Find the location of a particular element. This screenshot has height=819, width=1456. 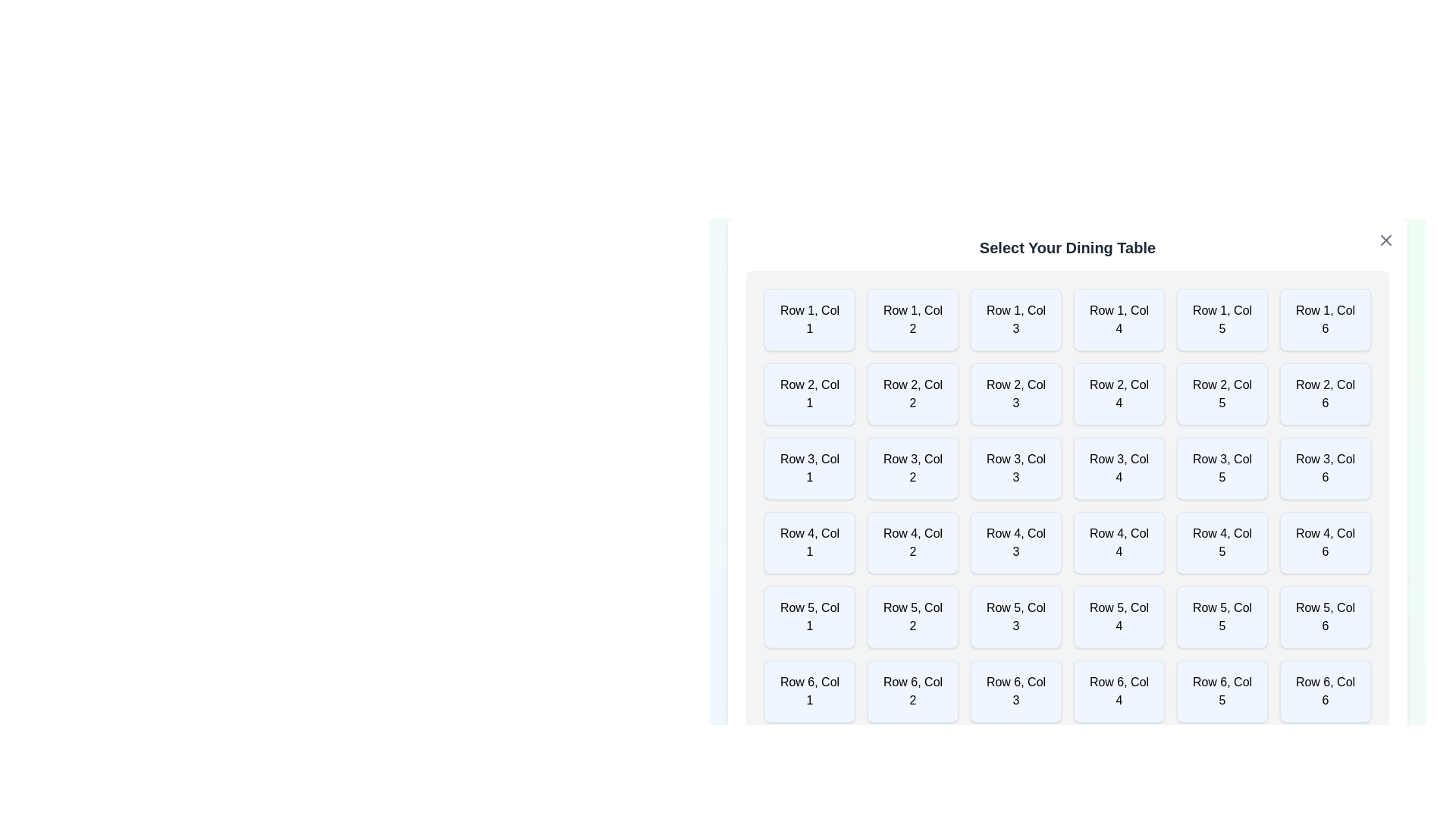

the close button to dismiss the dialog is located at coordinates (1386, 239).